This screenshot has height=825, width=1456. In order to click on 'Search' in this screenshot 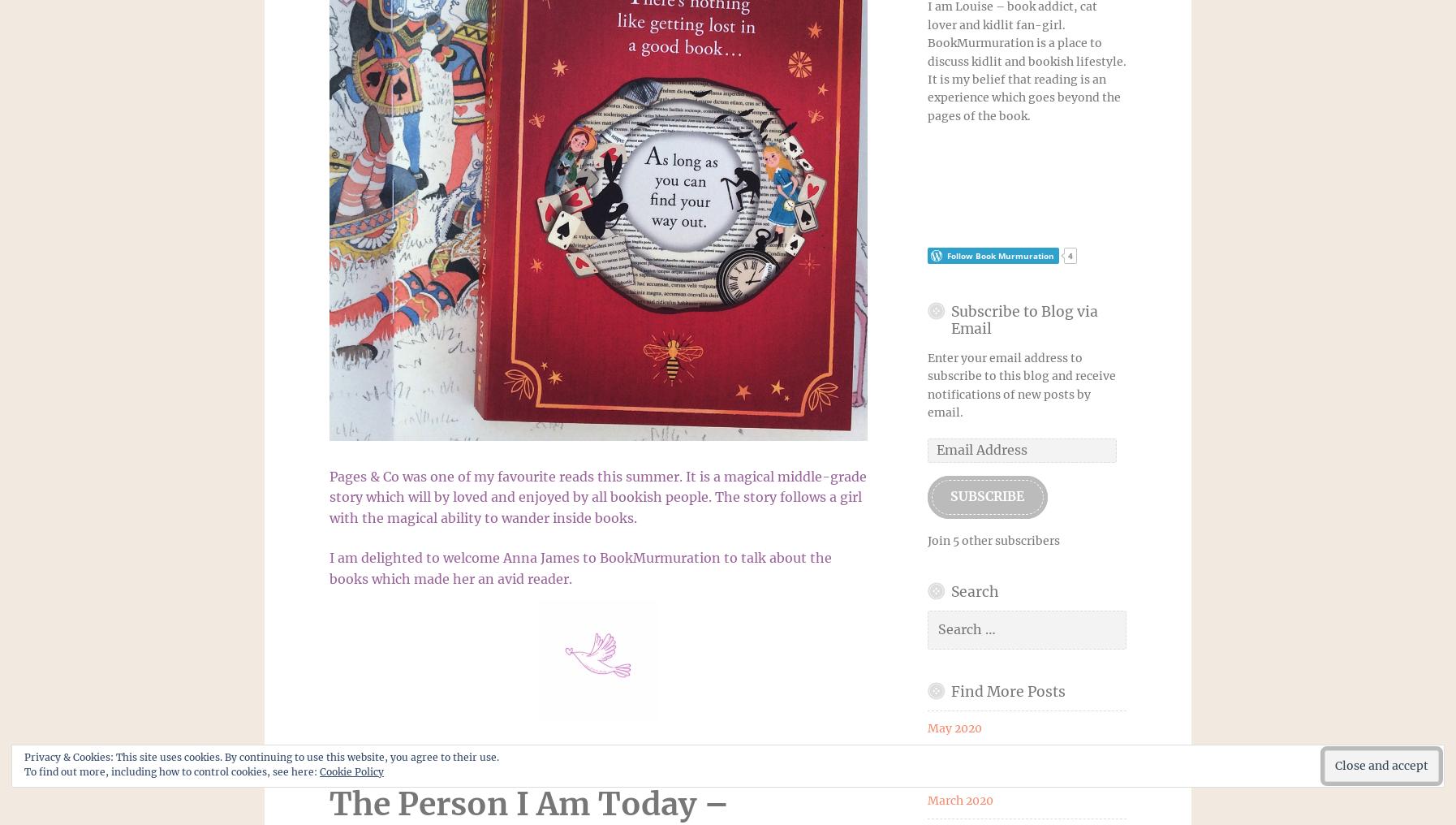, I will do `click(974, 591)`.